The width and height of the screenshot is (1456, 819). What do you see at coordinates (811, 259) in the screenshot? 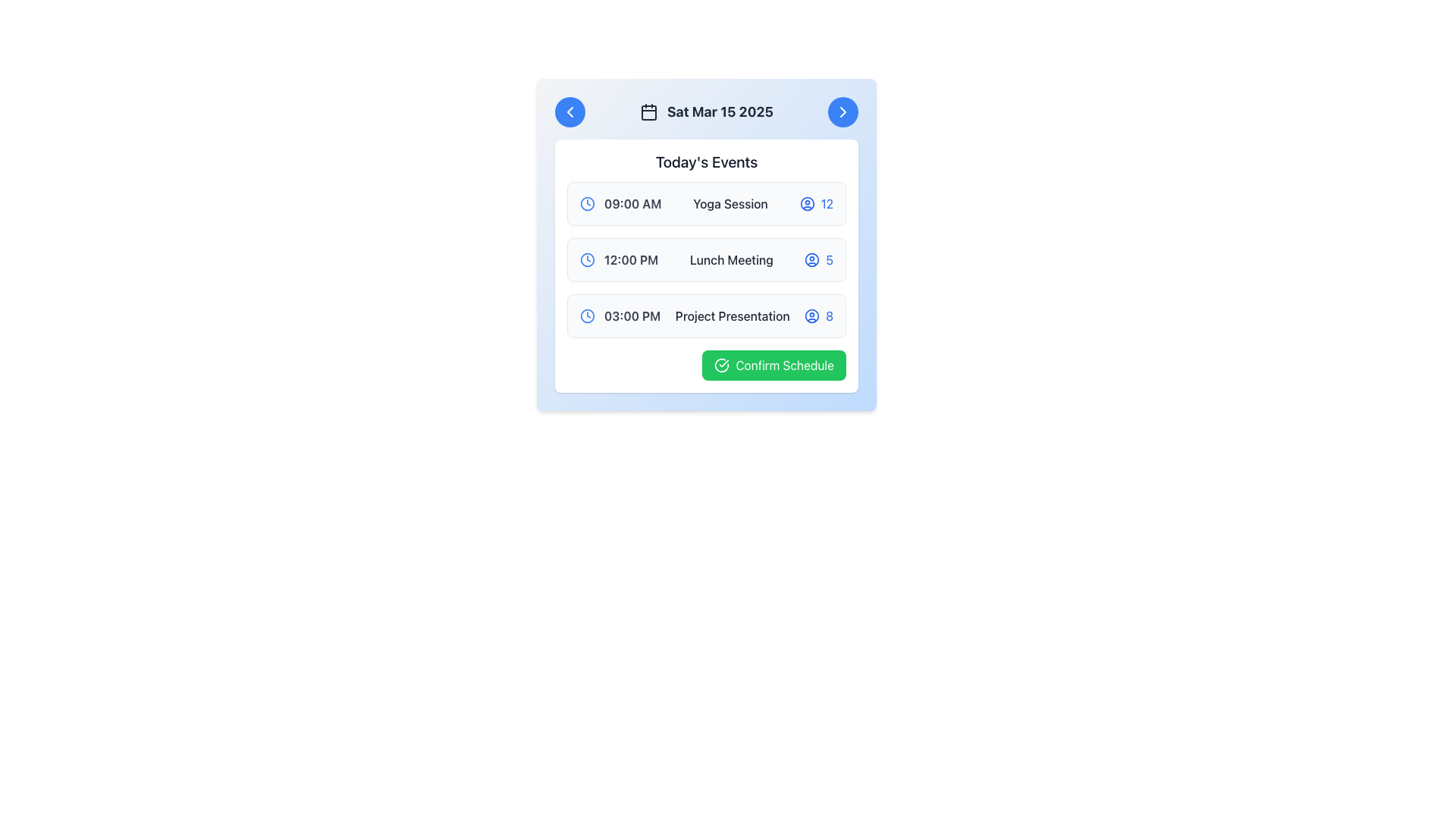
I see `the user icon representing the attendee for the 'Lunch Meeting' event located in the 'Today's Events' section, positioned to the right of the event name and near the numerical indicator (5)` at bounding box center [811, 259].